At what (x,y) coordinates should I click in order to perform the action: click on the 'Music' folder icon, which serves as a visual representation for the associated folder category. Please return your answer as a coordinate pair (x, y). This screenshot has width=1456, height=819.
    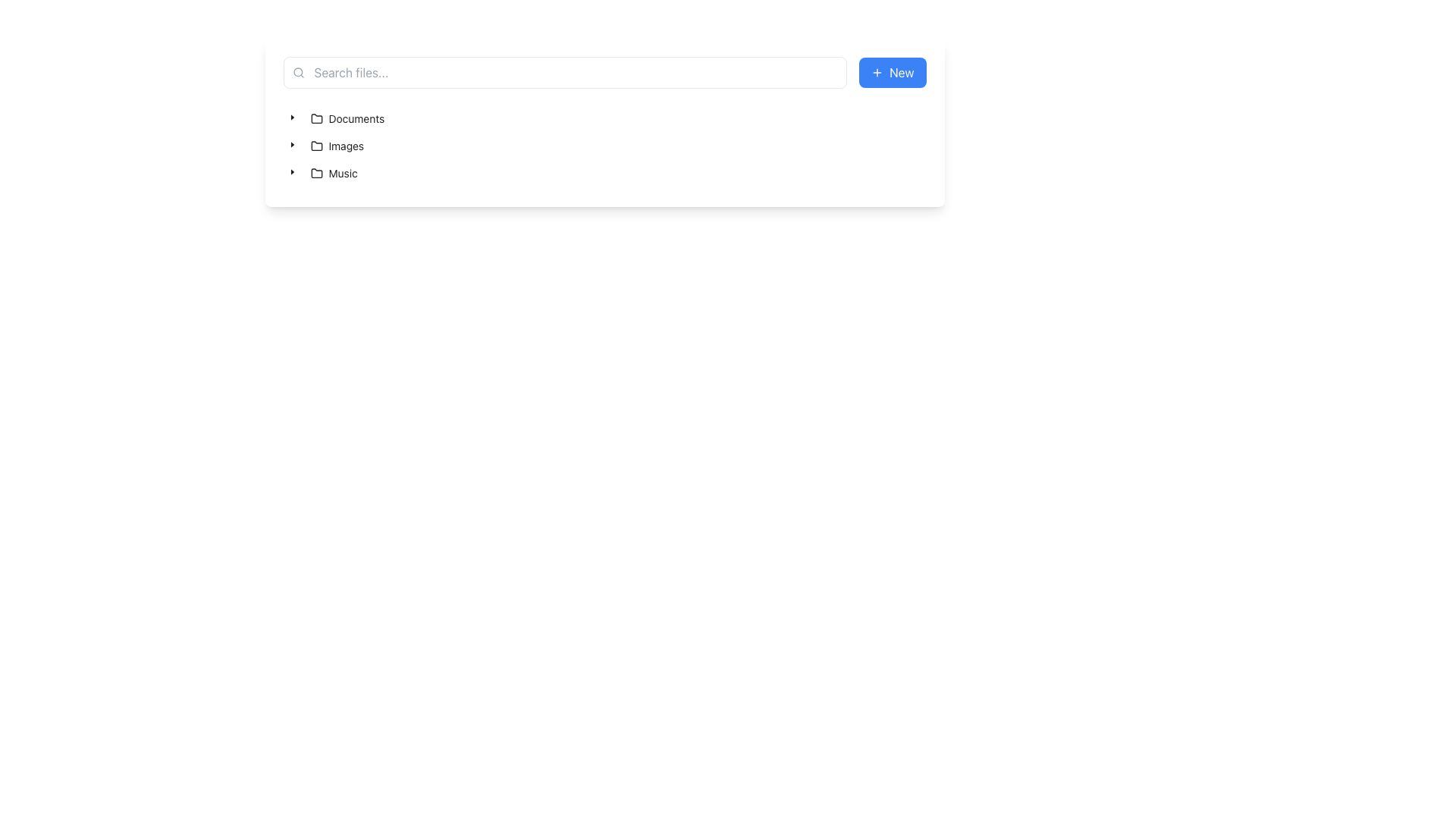
    Looking at the image, I should click on (315, 172).